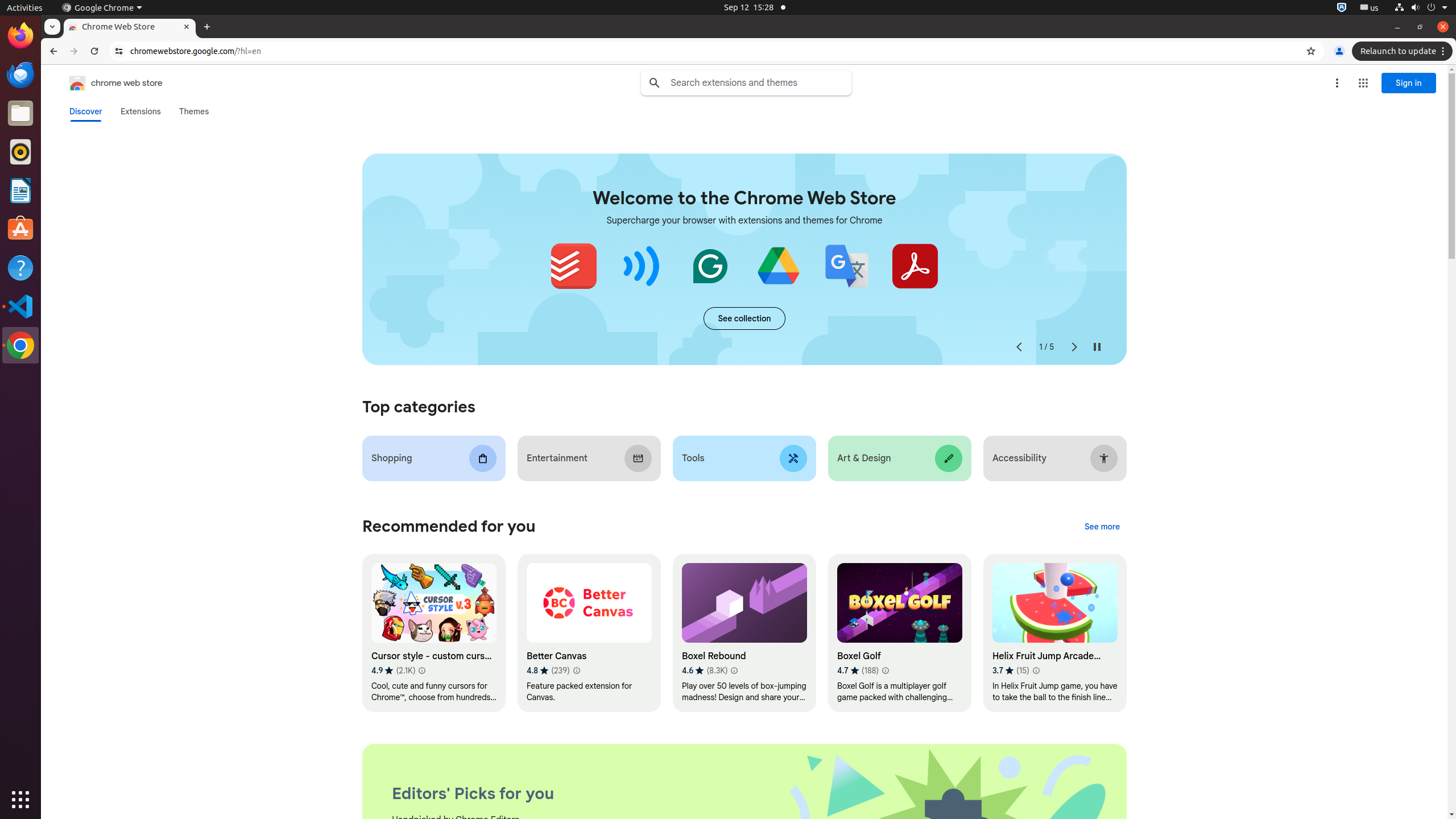  Describe the element at coordinates (85, 111) in the screenshot. I see `'Discover'` at that location.